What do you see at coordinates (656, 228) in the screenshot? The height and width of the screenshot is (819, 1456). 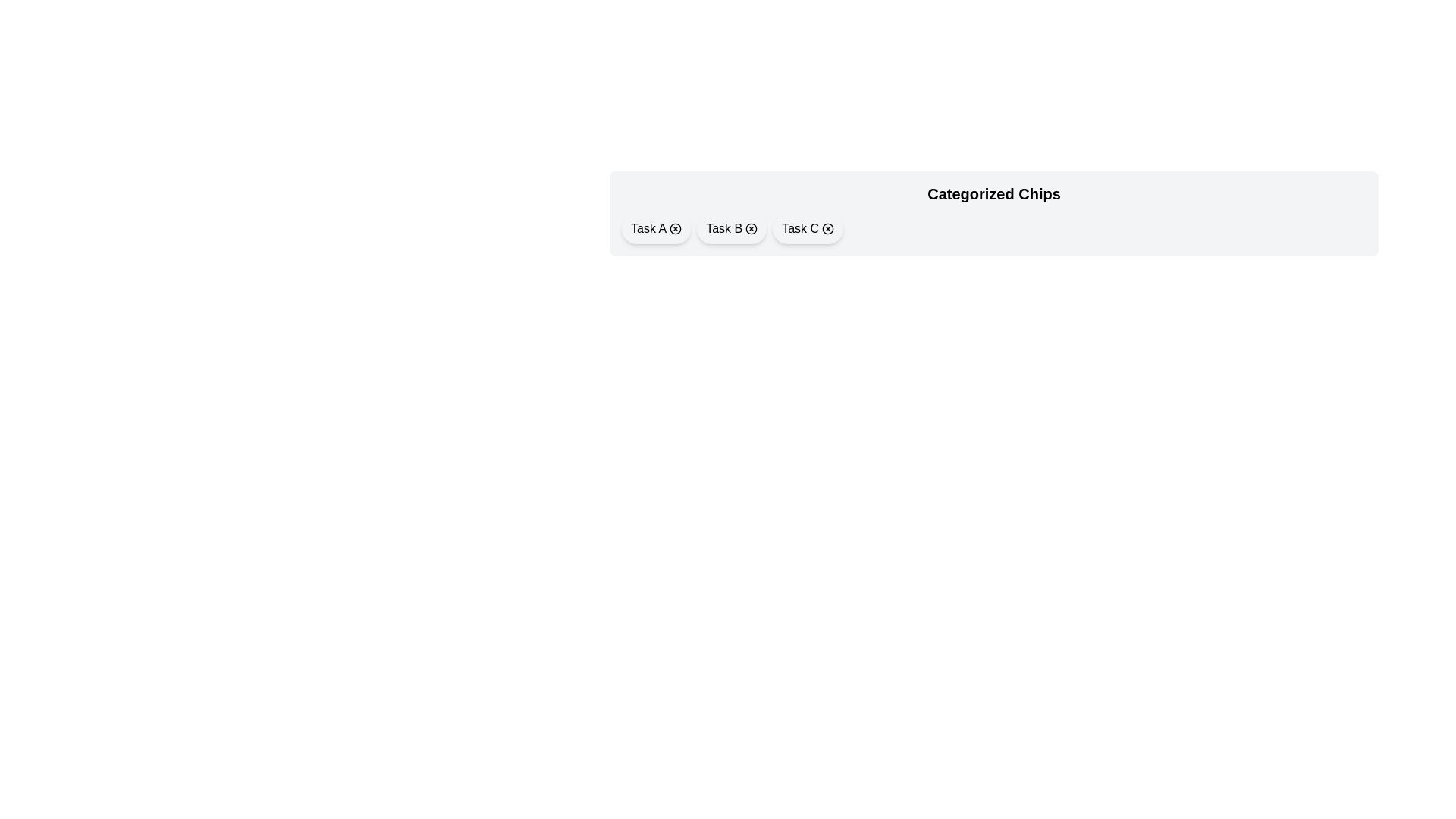 I see `the chip labeled Task A to observe its hover effect` at bounding box center [656, 228].